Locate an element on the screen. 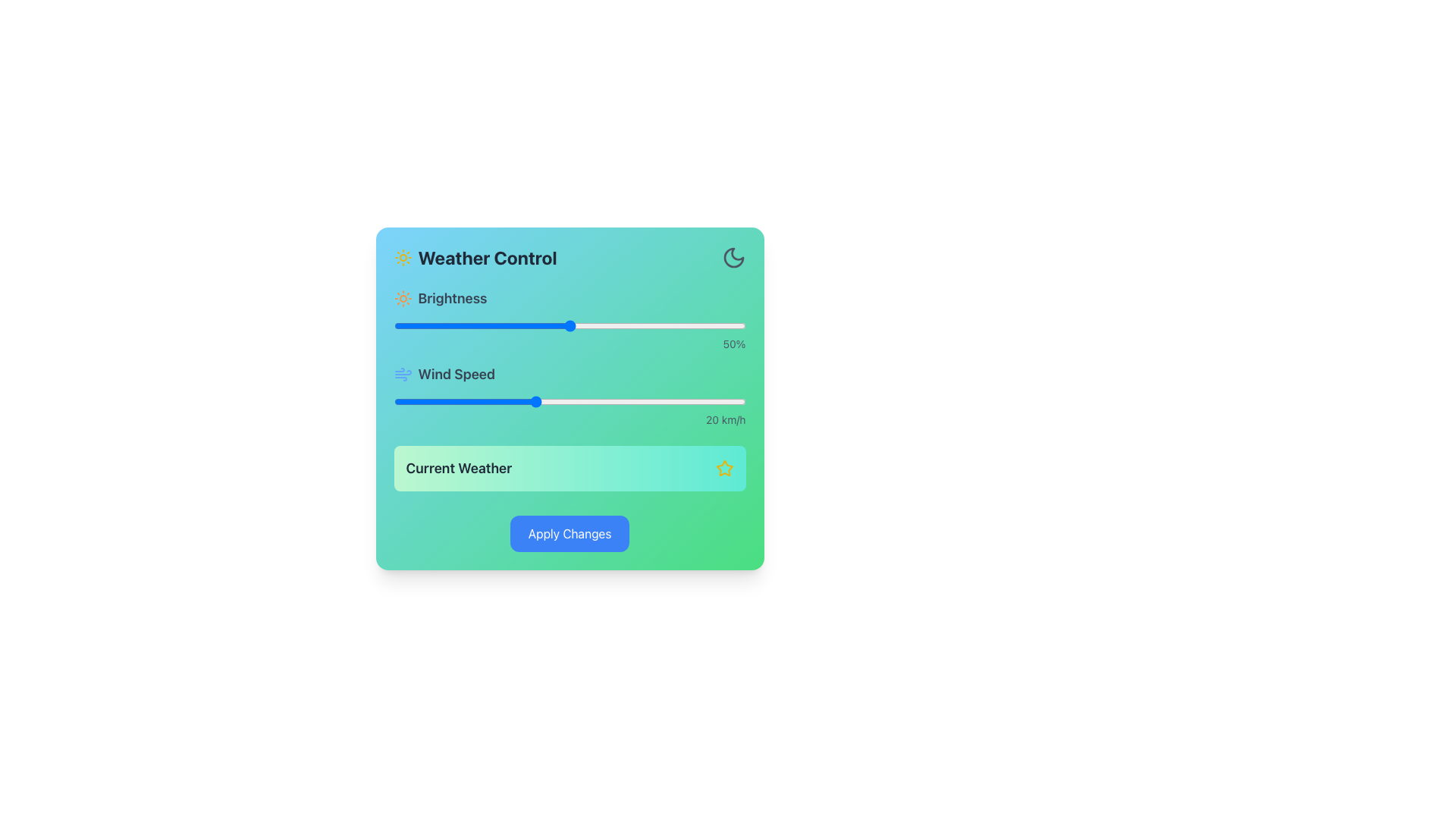 The image size is (1456, 819). the blue button labeled 'Apply Changes' located at the center of the bottom section of the green panel under 'Current Weather' is located at coordinates (569, 533).